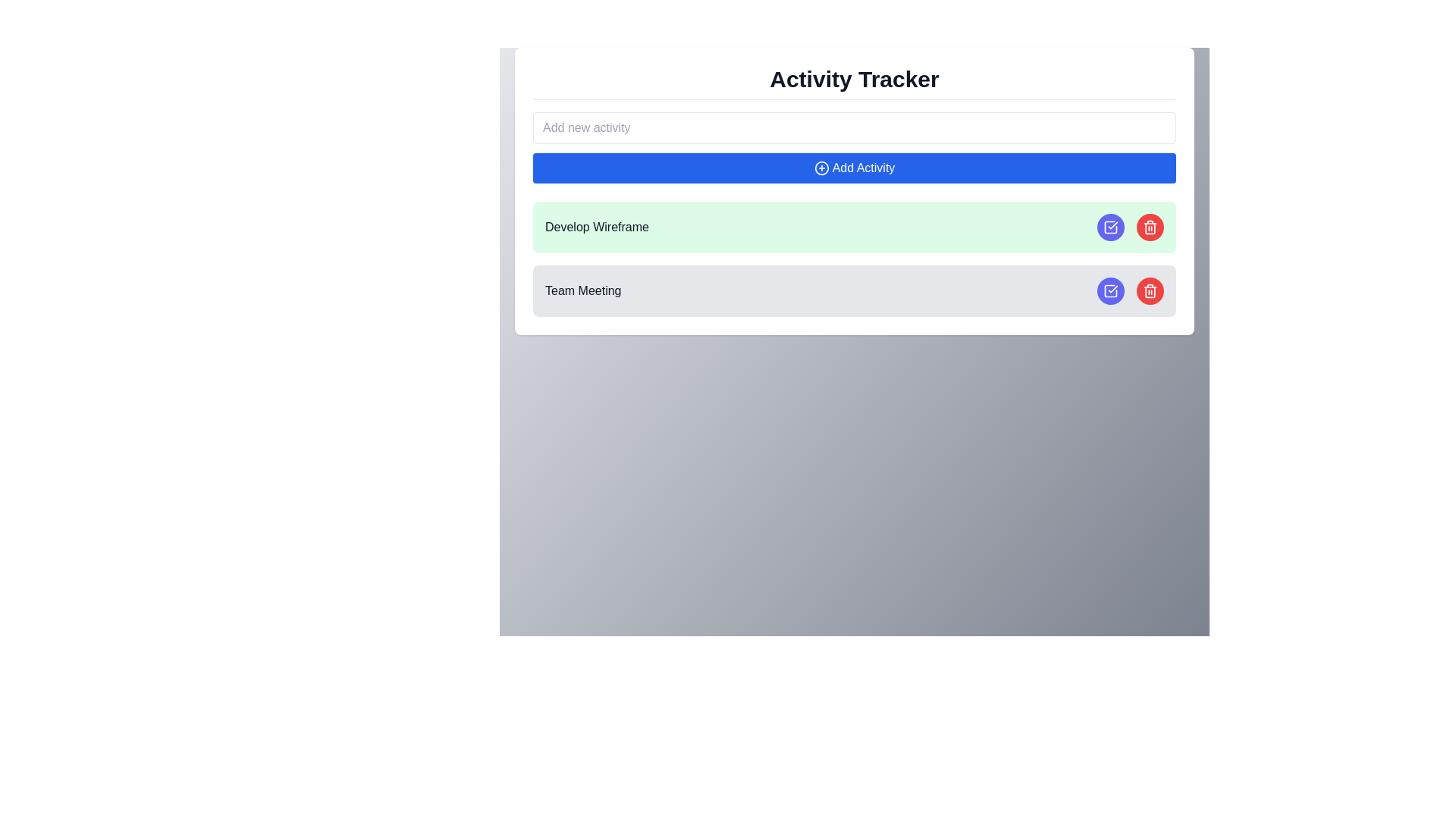 This screenshot has width=1456, height=819. I want to click on the delete icon button located at the rightmost position of the action buttons beside the 'Develop Wireframe' activity entry, so click(1150, 227).